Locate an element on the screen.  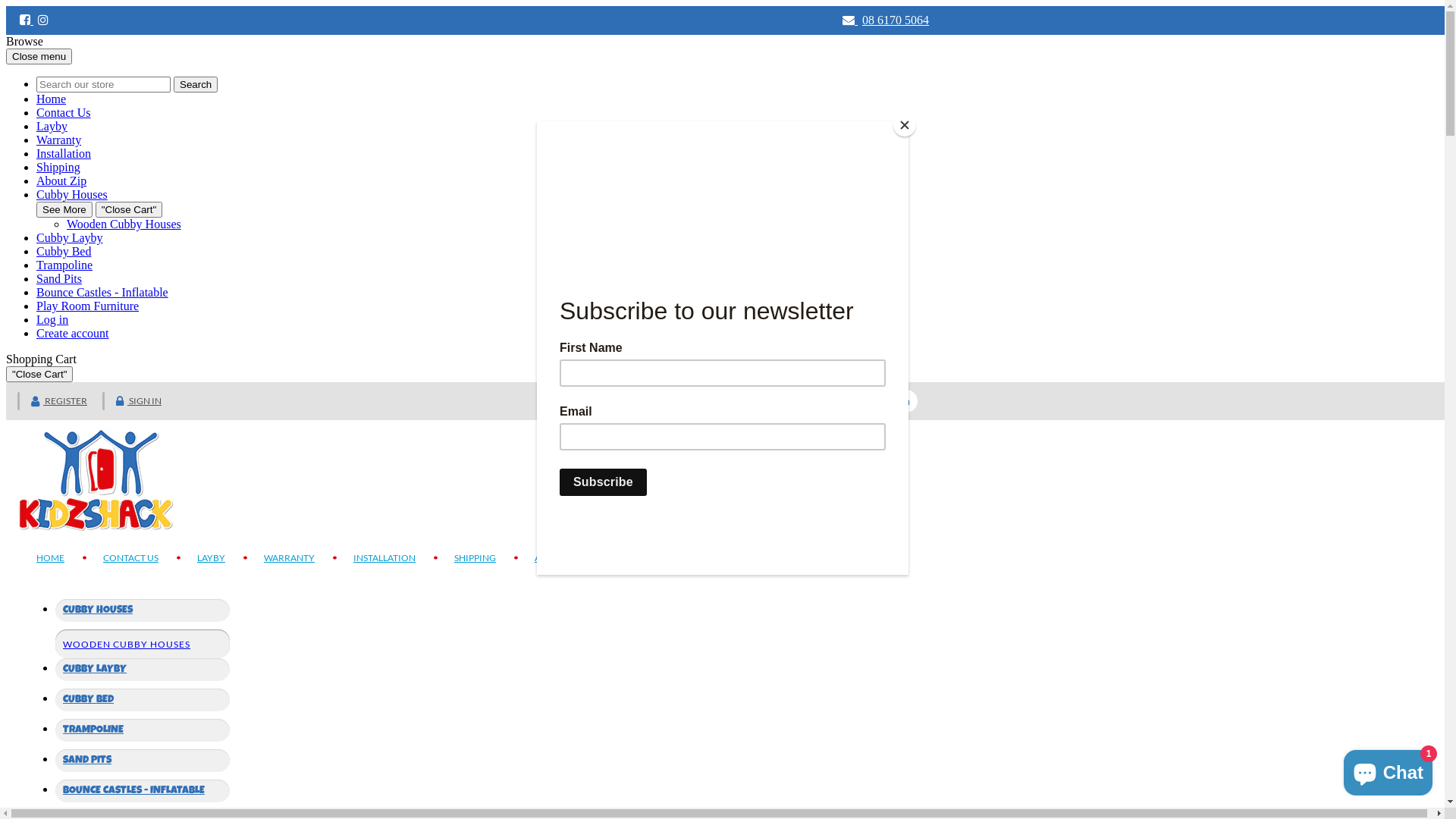
'SHIPPING' is located at coordinates (474, 557).